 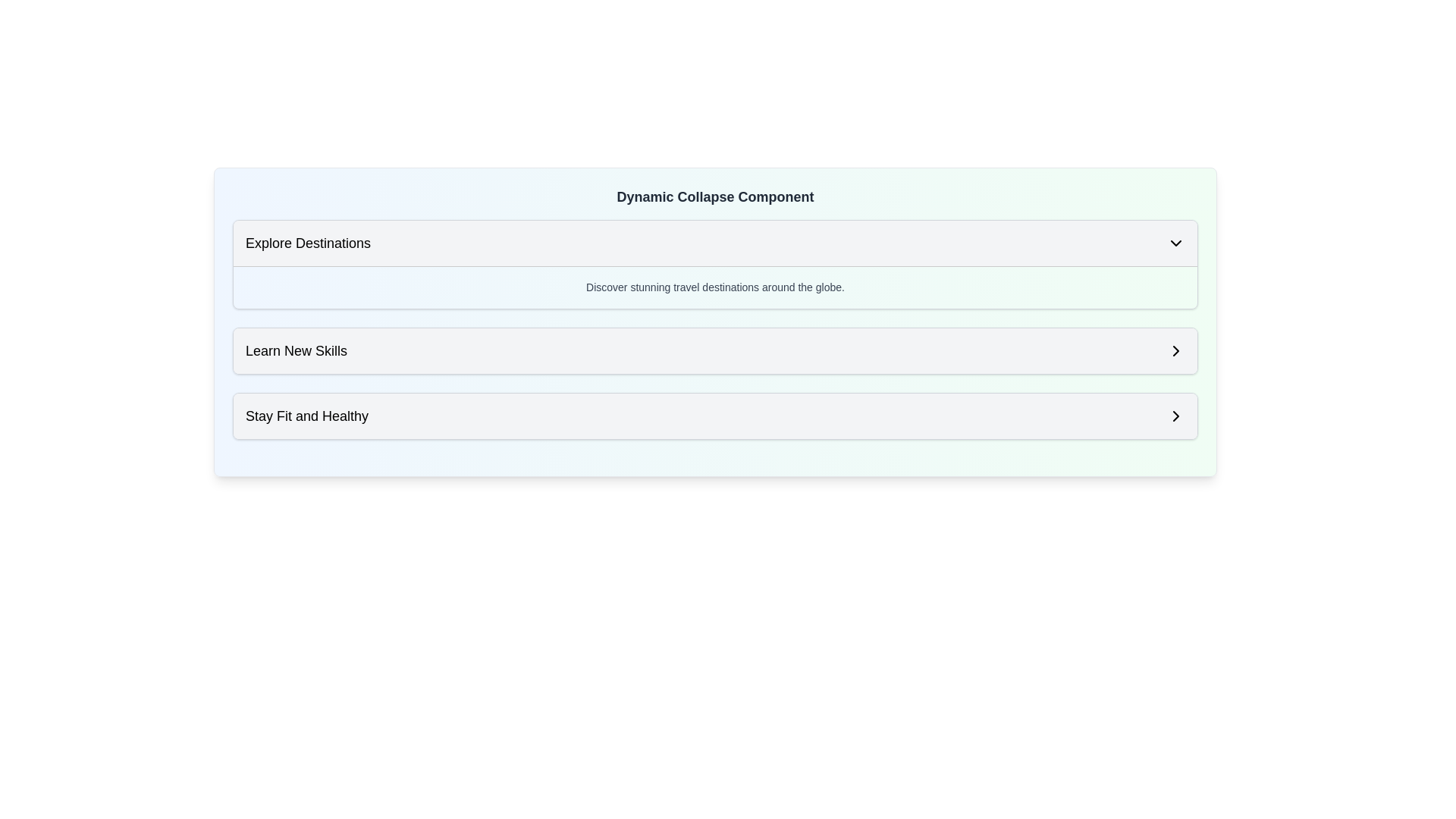 What do you see at coordinates (714, 287) in the screenshot?
I see `descriptive information provided by the Static Text Label located in the expanded 'Explore Destinations' panel, which is the only content in its section` at bounding box center [714, 287].